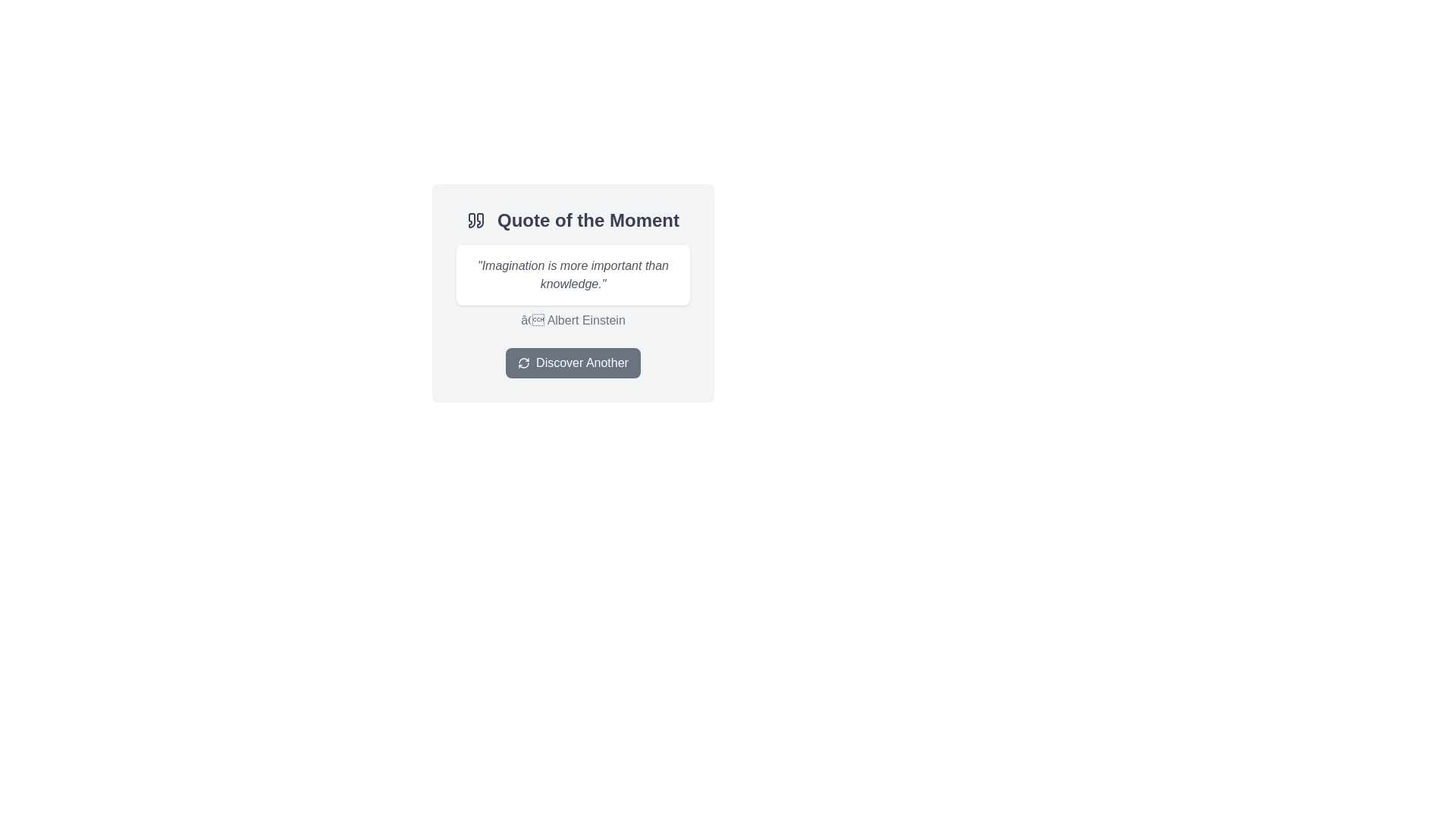 The width and height of the screenshot is (1456, 819). What do you see at coordinates (572, 362) in the screenshot?
I see `the 'Discover Another' button with a dark gray background and white text` at bounding box center [572, 362].